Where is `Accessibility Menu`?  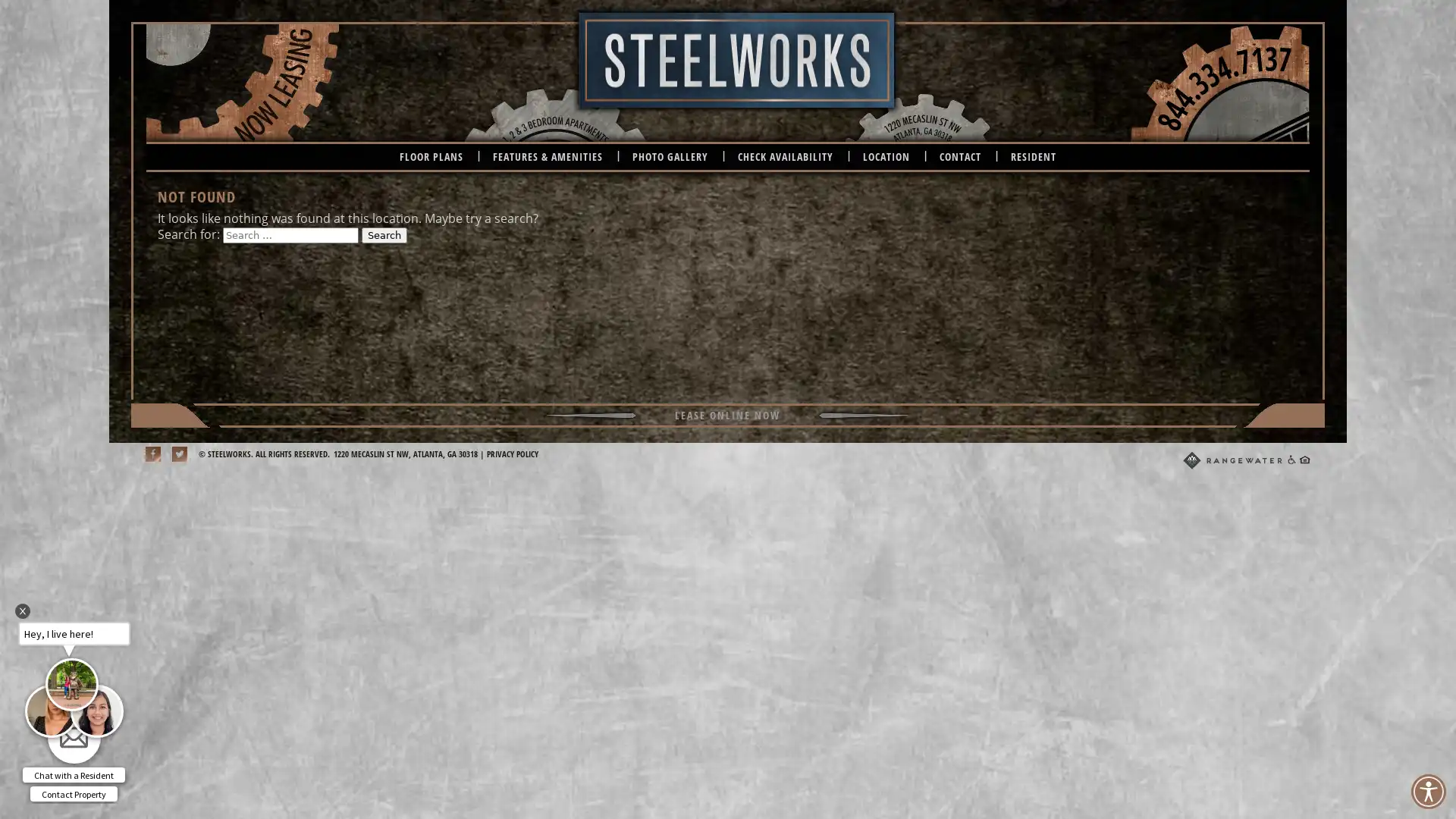 Accessibility Menu is located at coordinates (1427, 791).